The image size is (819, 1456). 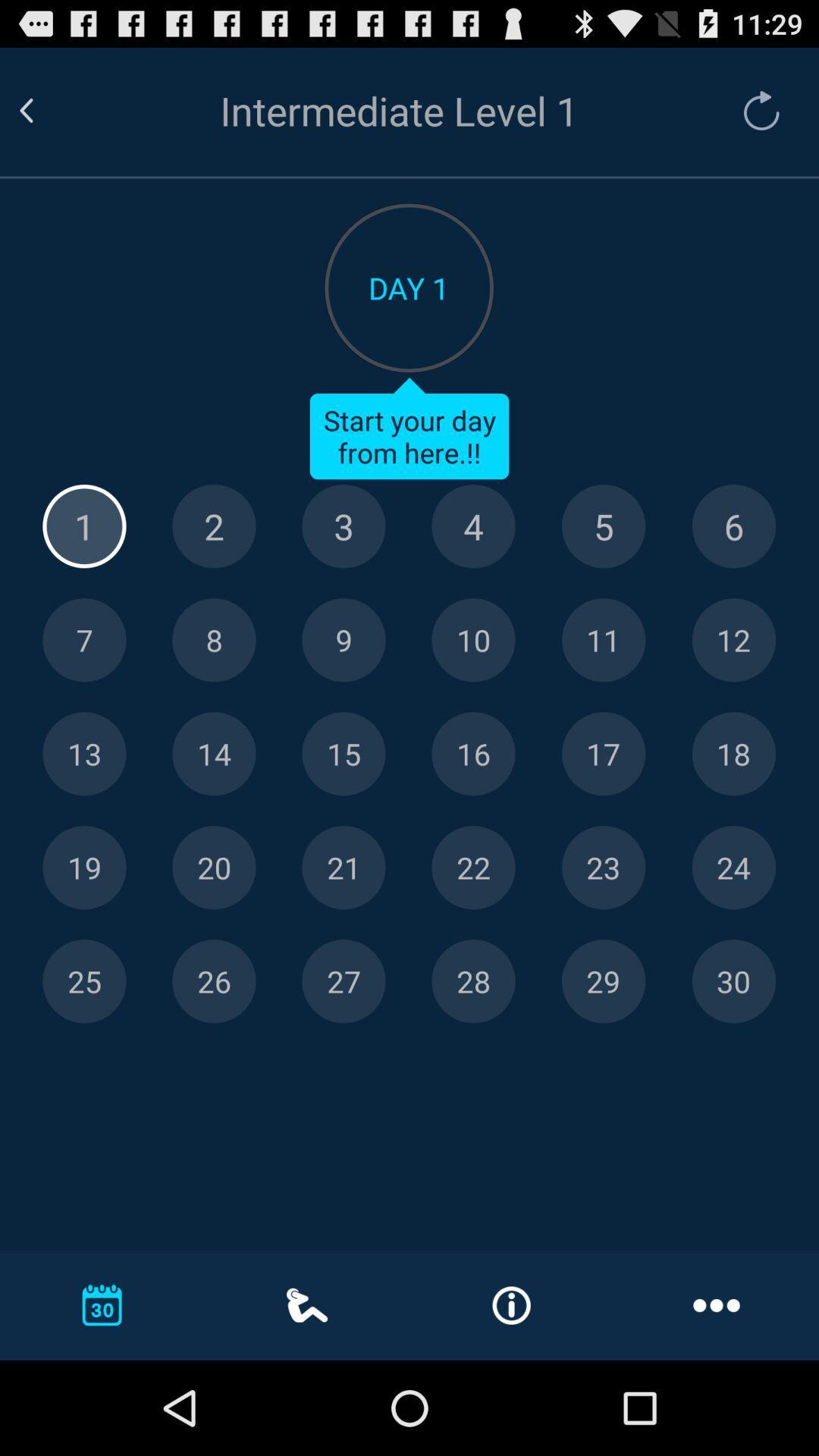 I want to click on open 14th level, so click(x=214, y=754).